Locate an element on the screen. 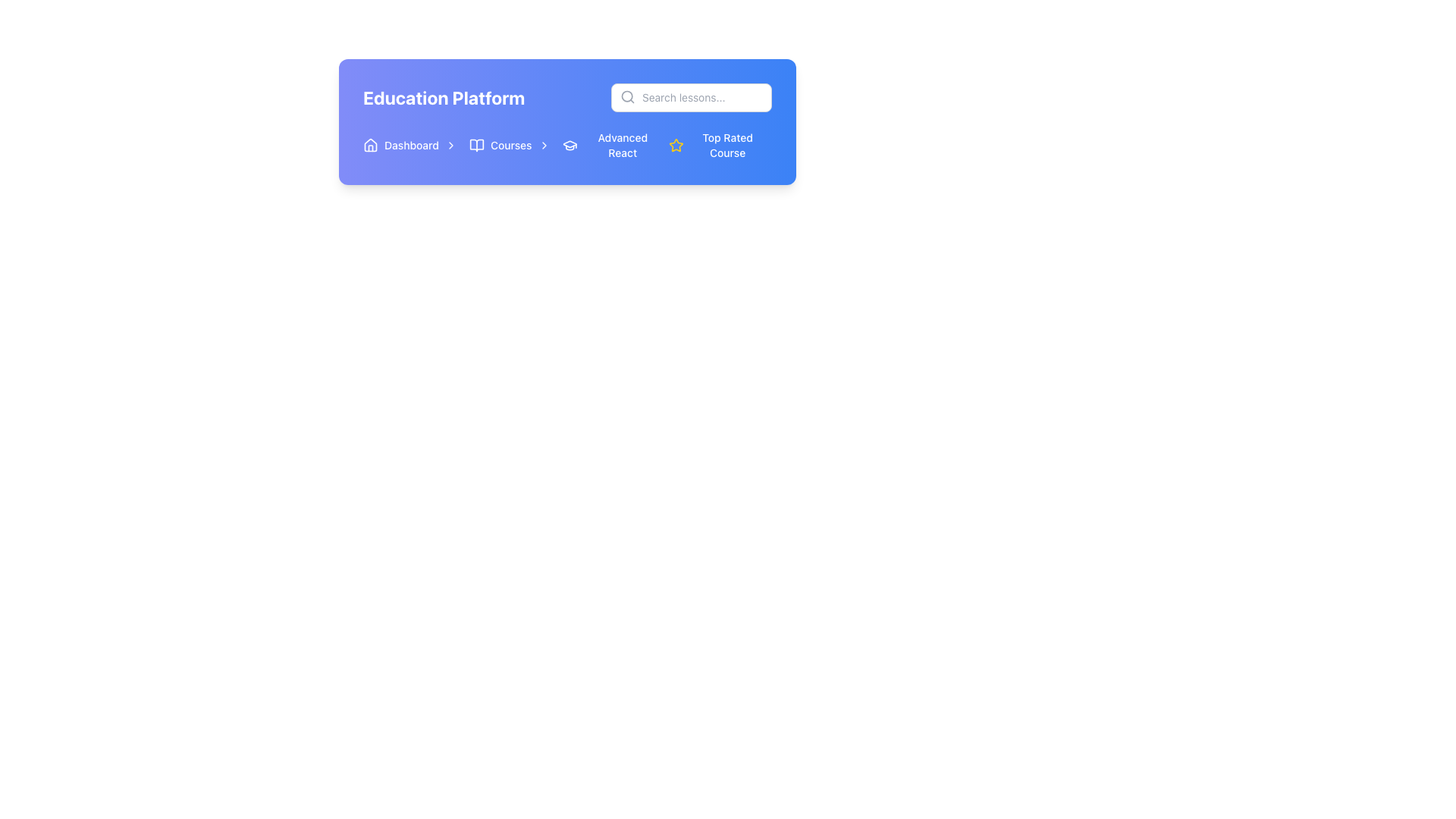 The height and width of the screenshot is (819, 1456). the 'Courses' navigation link in the breadcrumb trail is located at coordinates (510, 146).